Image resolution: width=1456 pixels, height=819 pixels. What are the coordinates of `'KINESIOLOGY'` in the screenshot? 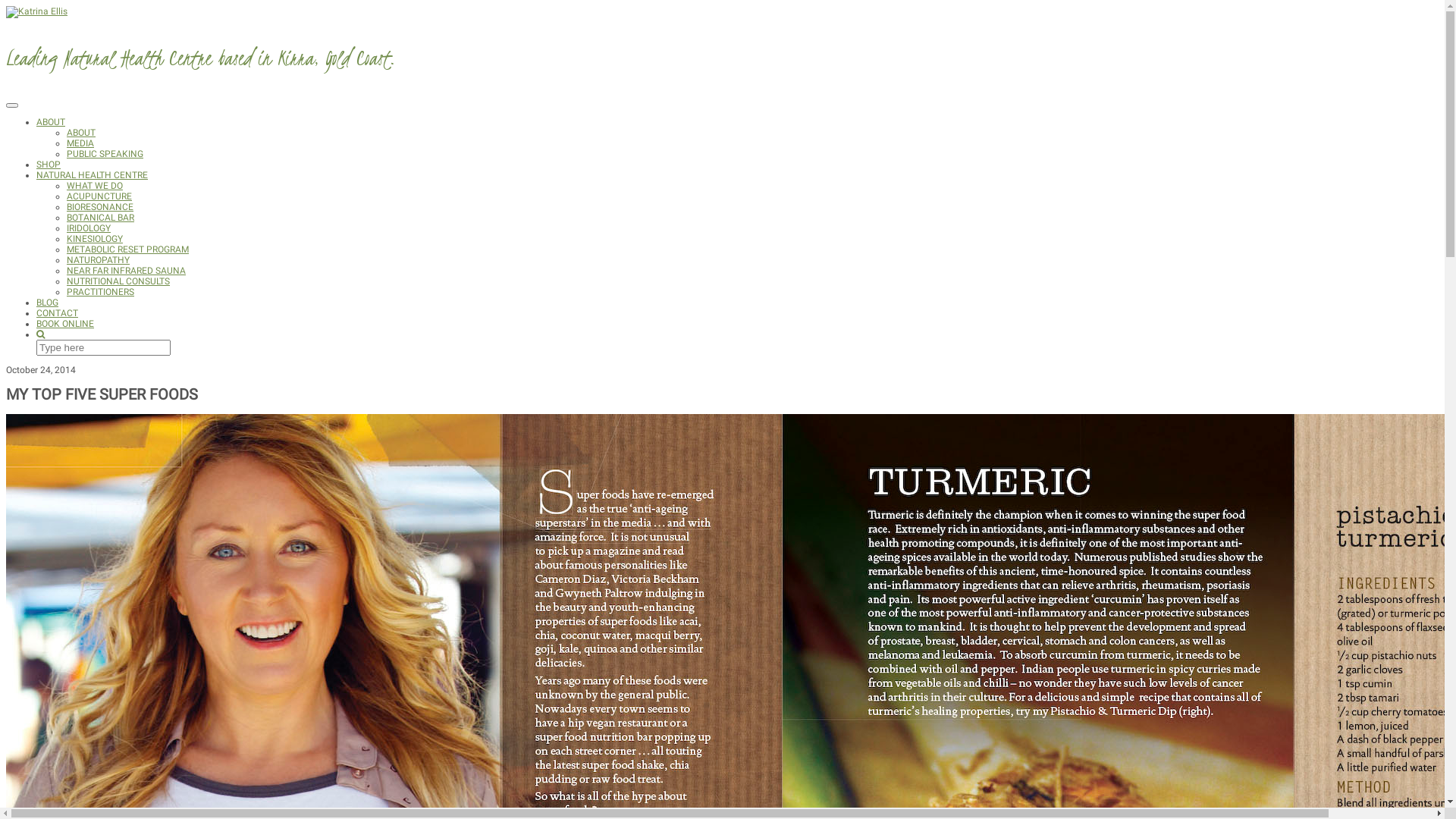 It's located at (93, 239).